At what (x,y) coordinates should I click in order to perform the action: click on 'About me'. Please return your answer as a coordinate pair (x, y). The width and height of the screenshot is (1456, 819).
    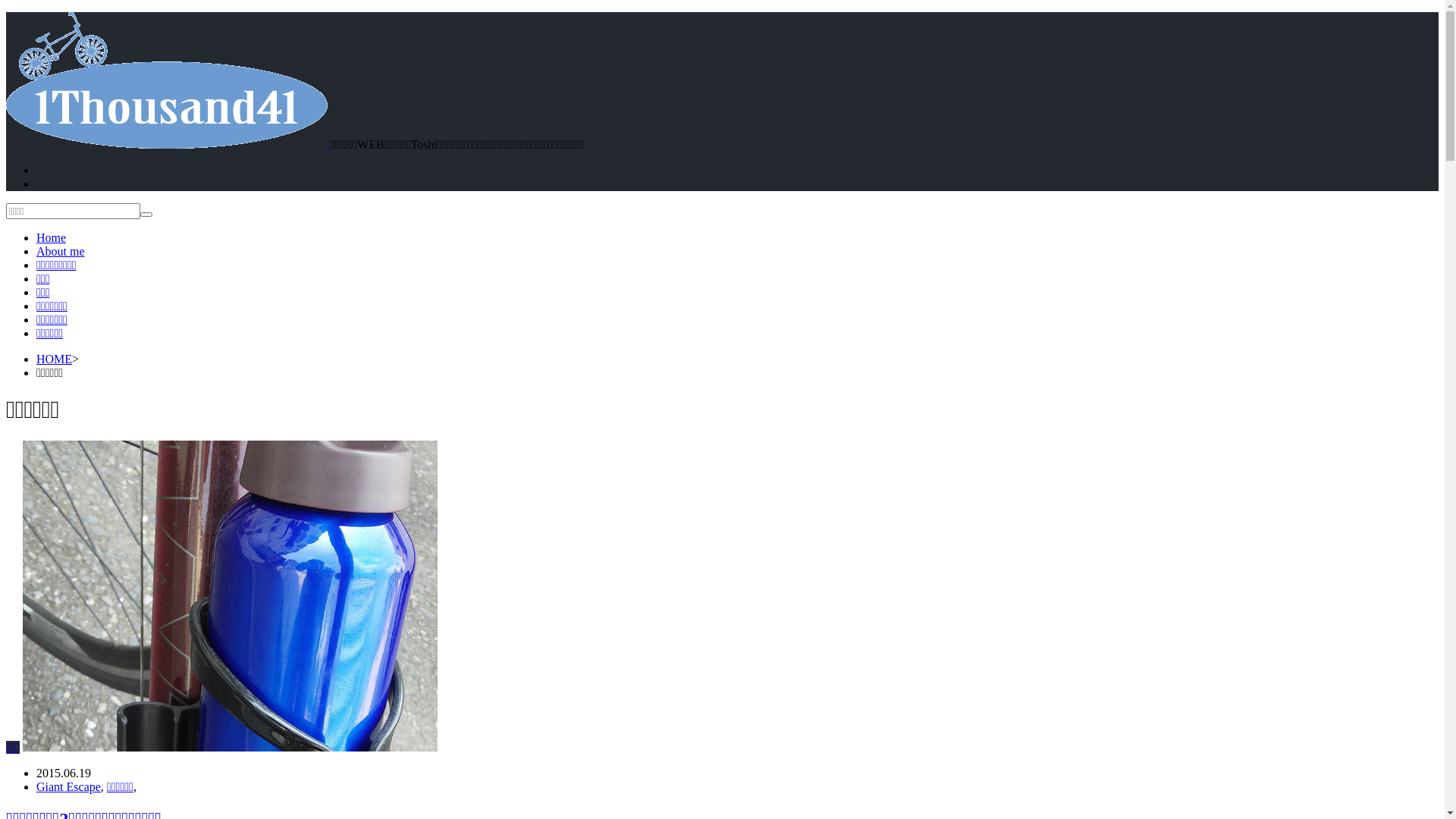
    Looking at the image, I should click on (36, 250).